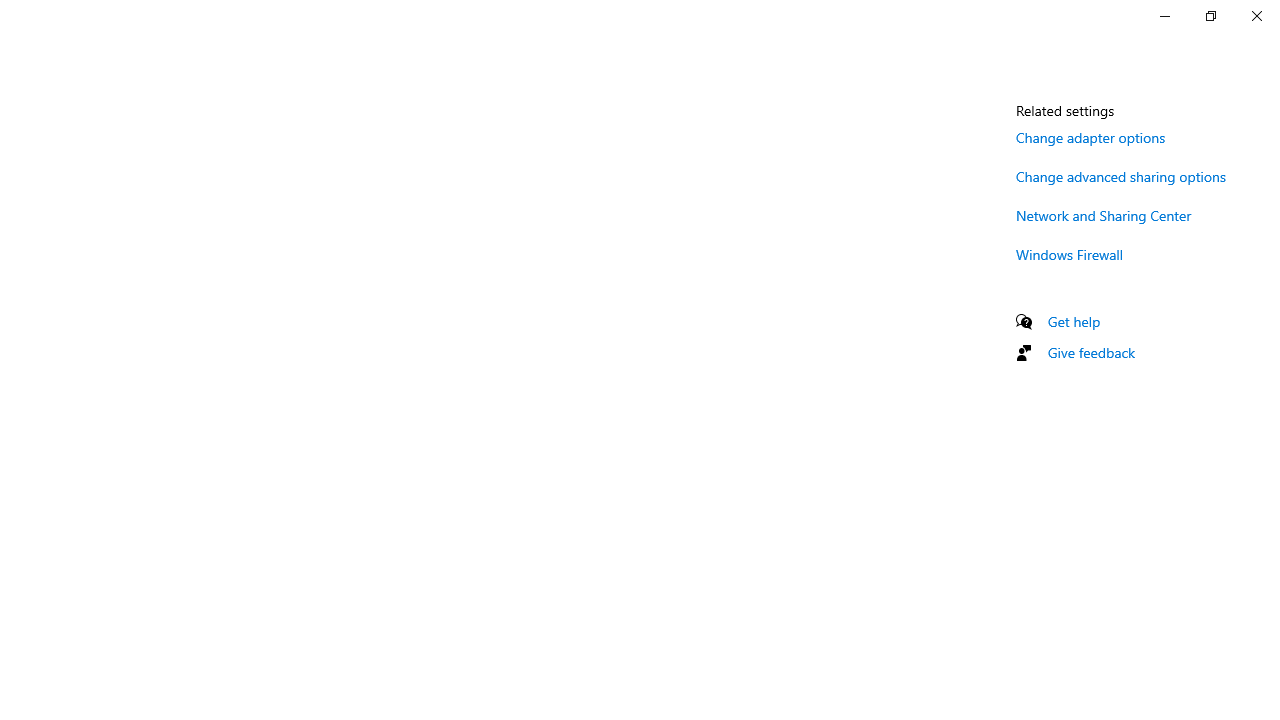 Image resolution: width=1280 pixels, height=720 pixels. Describe the element at coordinates (1164, 15) in the screenshot. I see `'Minimize Settings'` at that location.